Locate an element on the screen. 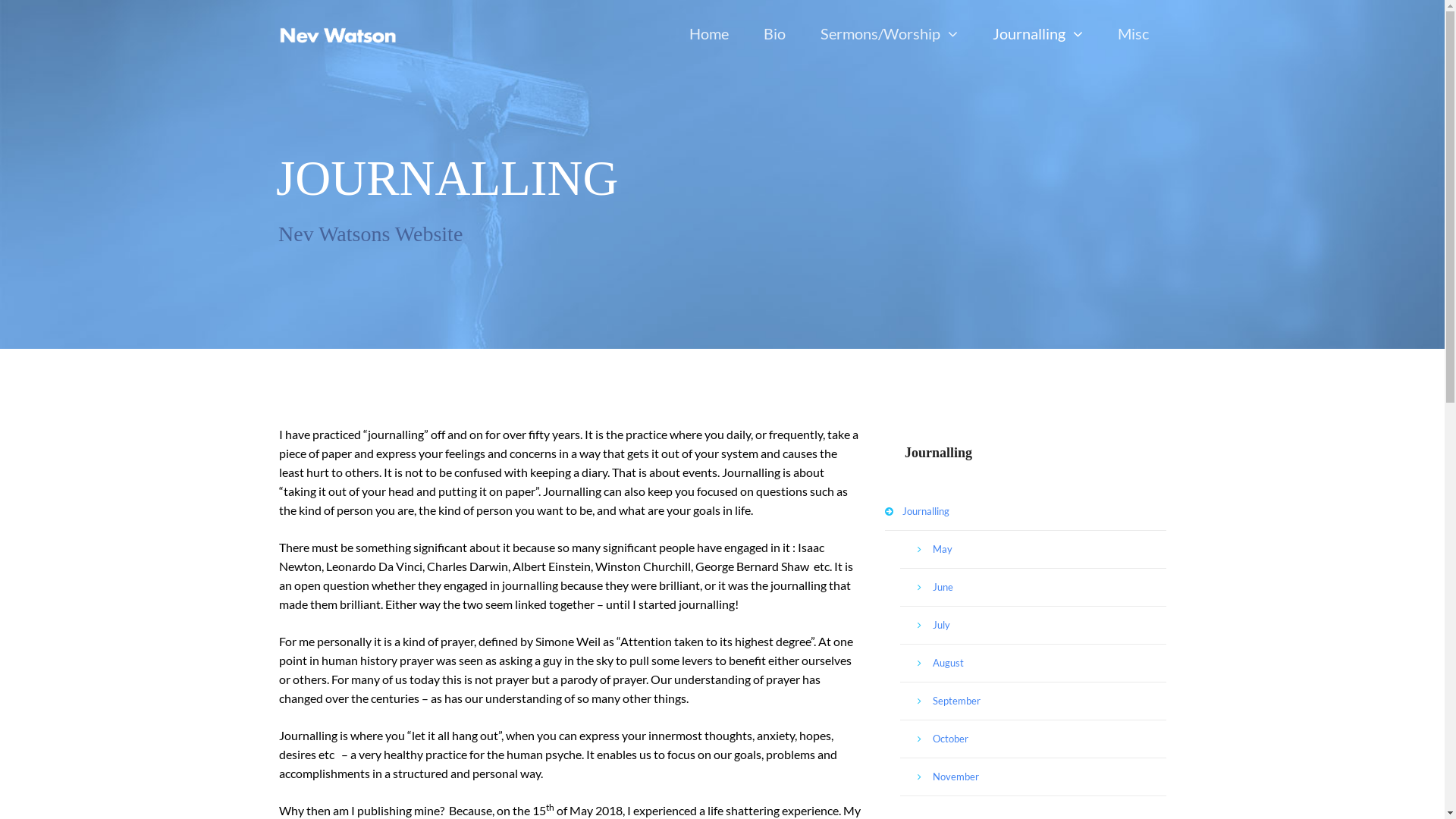  'Bio' is located at coordinates (774, 34).